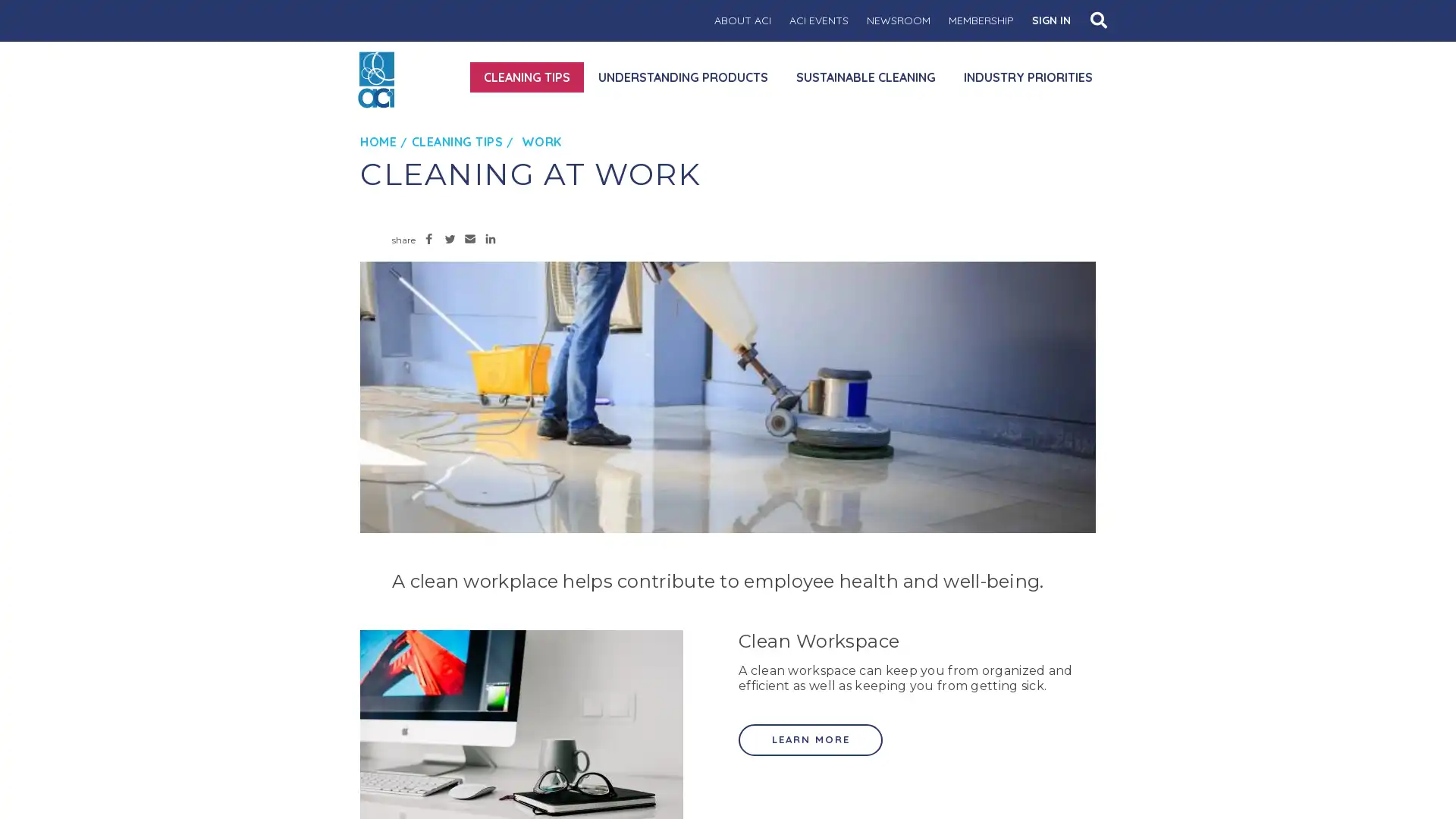 Image resolution: width=1456 pixels, height=819 pixels. I want to click on Share to Twitter, so click(446, 239).